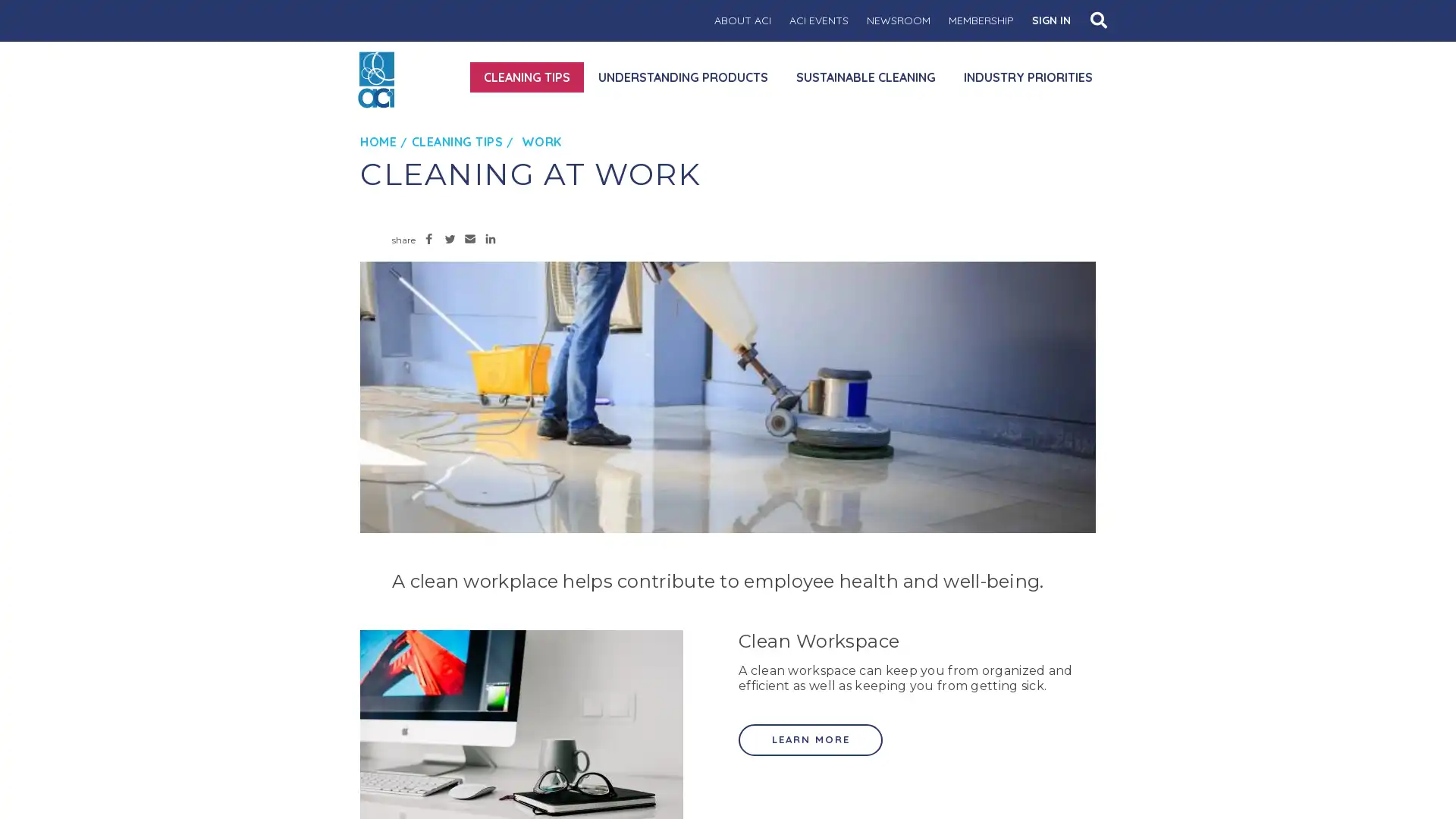 Image resolution: width=1456 pixels, height=819 pixels. I want to click on Share to Twitter, so click(446, 239).